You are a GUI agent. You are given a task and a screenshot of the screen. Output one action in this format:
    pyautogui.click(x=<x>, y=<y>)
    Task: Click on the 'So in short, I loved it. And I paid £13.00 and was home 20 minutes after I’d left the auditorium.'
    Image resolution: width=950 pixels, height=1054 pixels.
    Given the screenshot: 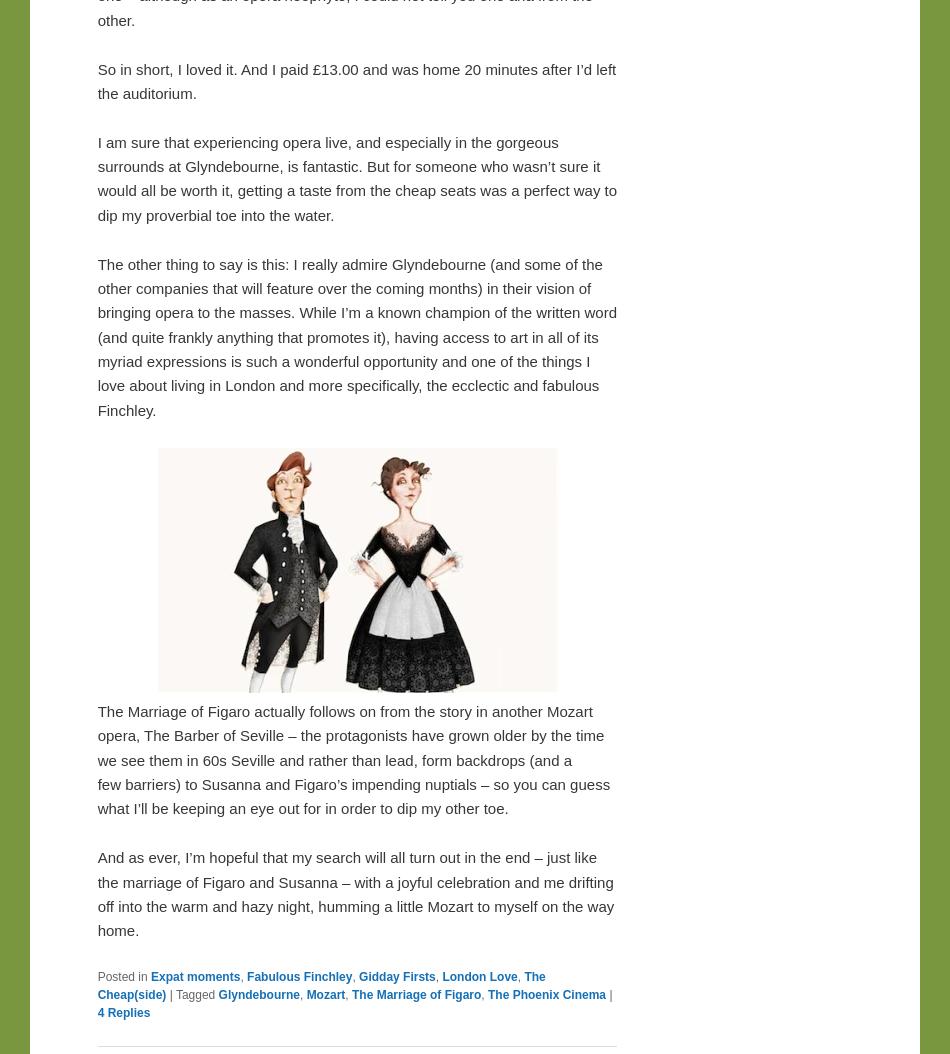 What is the action you would take?
    pyautogui.click(x=355, y=79)
    